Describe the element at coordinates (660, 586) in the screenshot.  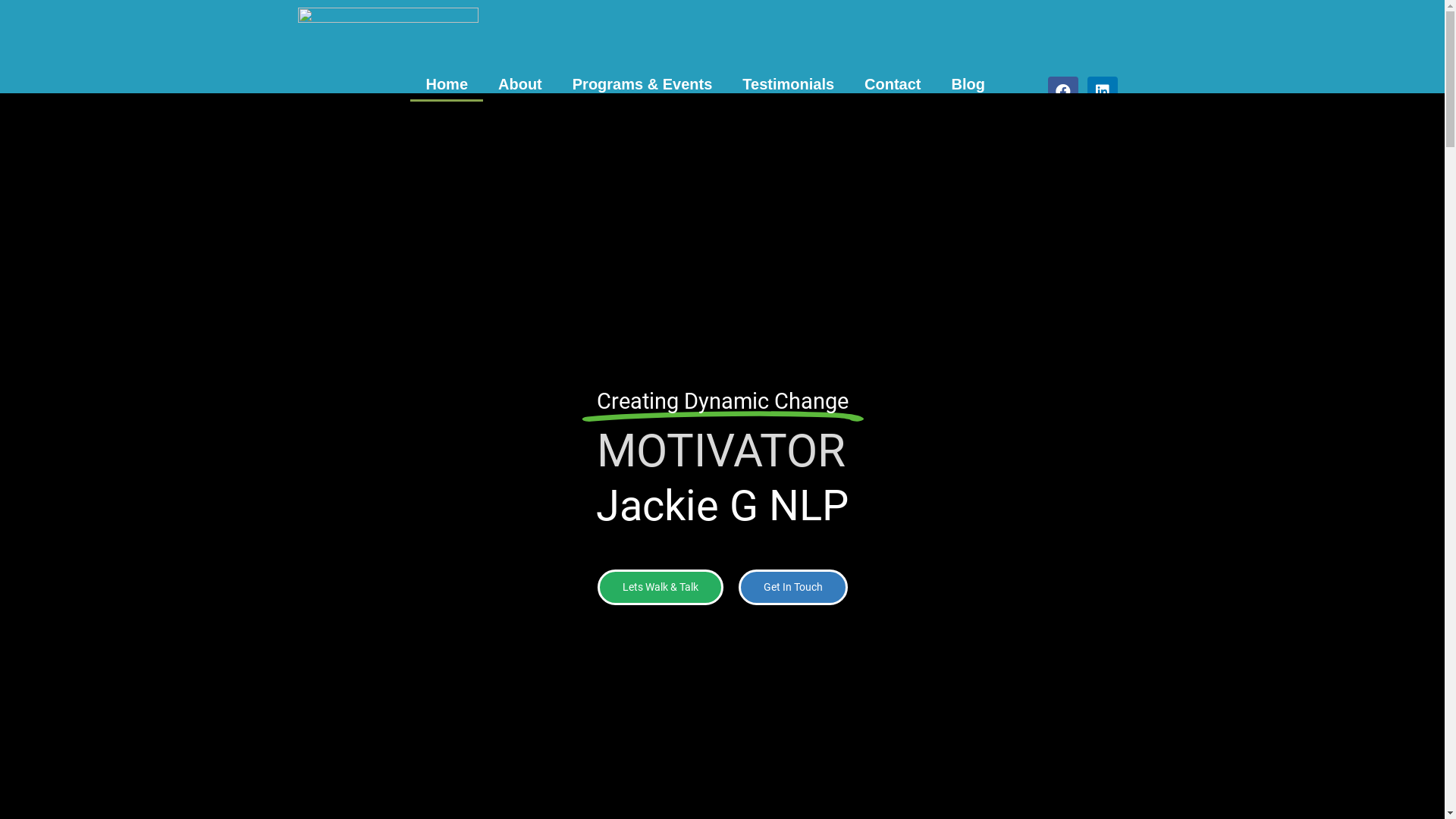
I see `'Lets Walk & Talk'` at that location.